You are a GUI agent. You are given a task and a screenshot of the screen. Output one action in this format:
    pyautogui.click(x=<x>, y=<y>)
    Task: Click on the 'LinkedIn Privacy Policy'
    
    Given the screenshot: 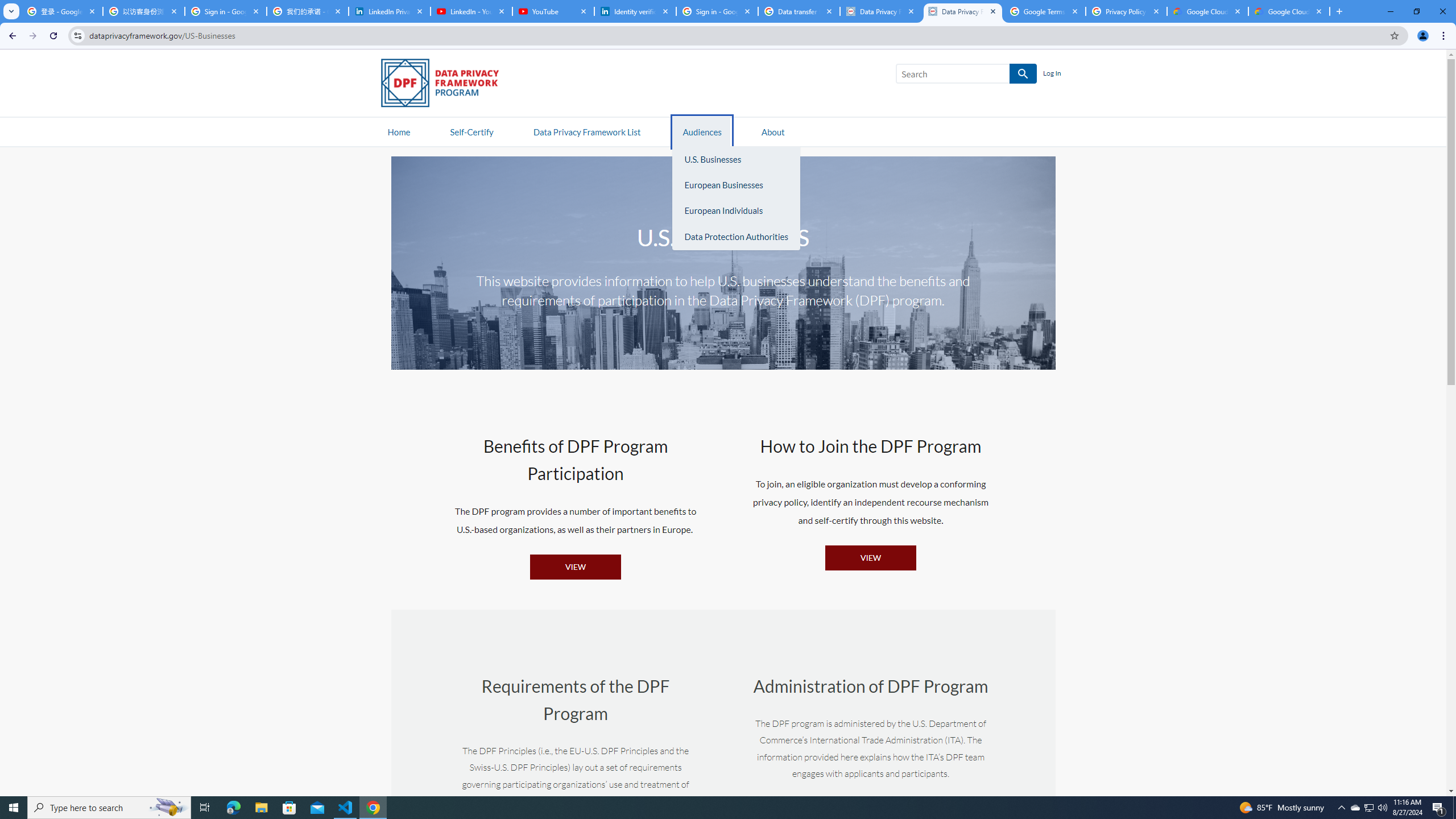 What is the action you would take?
    pyautogui.click(x=389, y=11)
    